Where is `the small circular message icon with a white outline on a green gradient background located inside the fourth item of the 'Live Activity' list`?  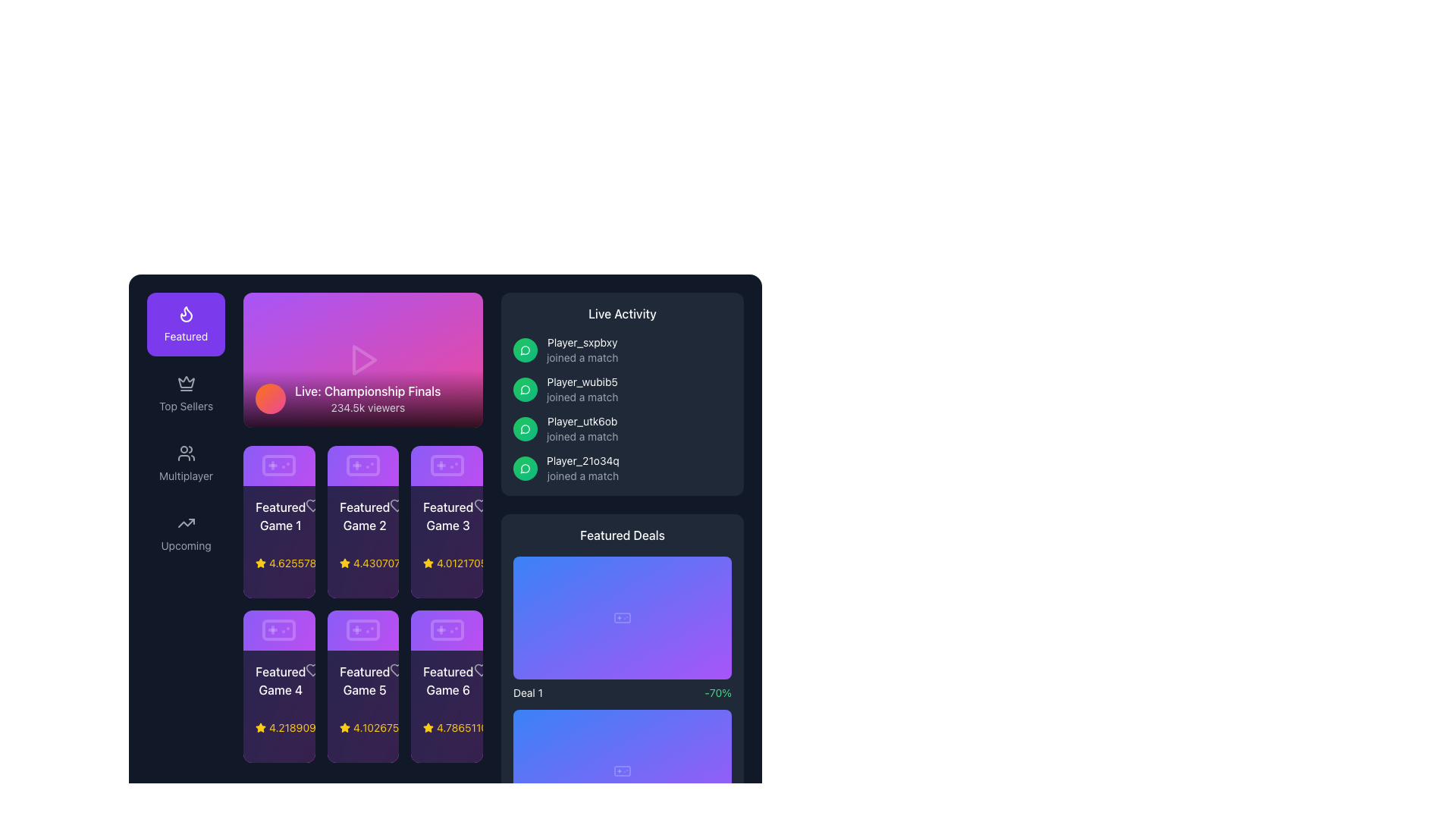
the small circular message icon with a white outline on a green gradient background located inside the fourth item of the 'Live Activity' list is located at coordinates (525, 388).